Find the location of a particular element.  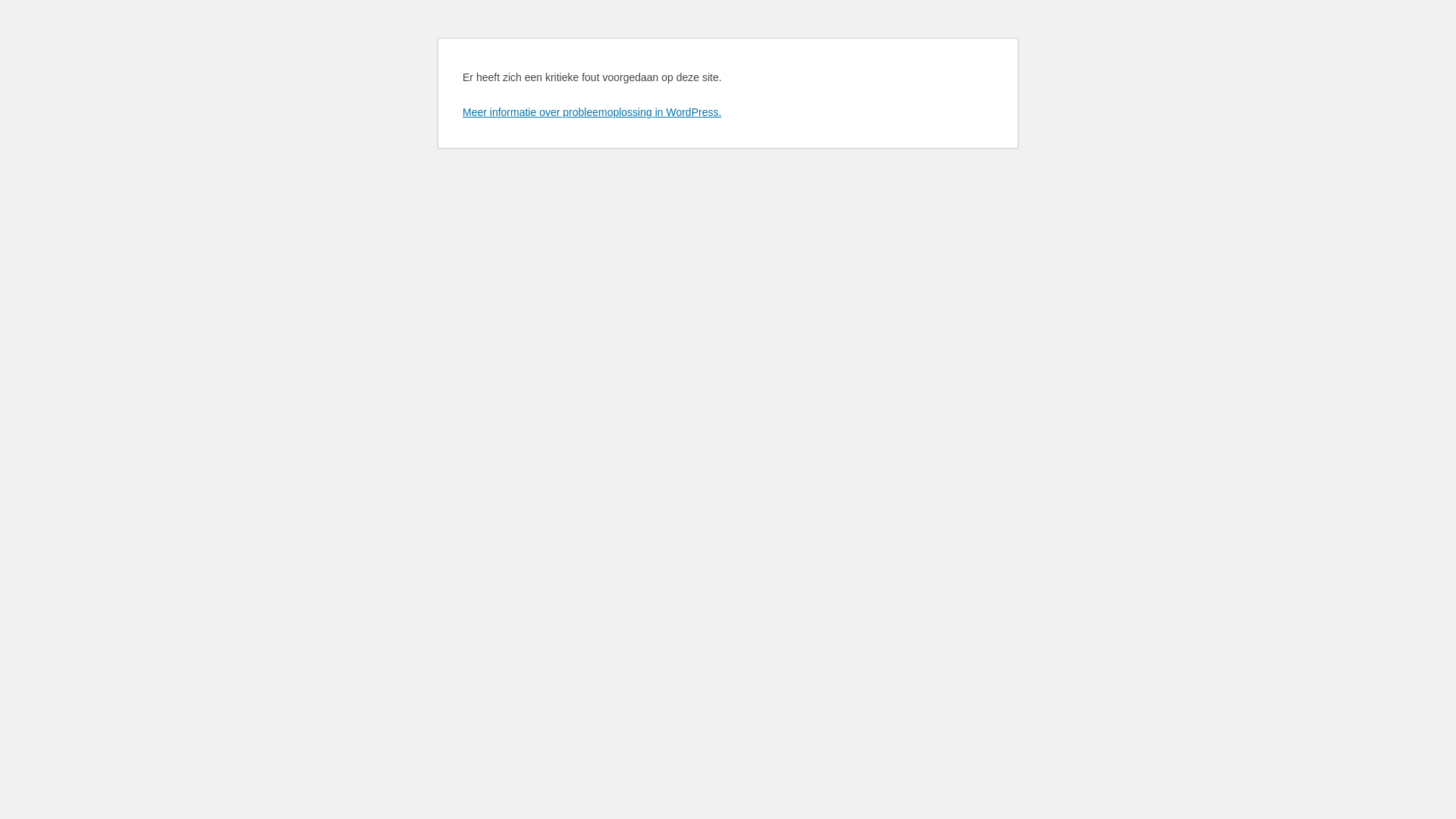

'Meer informatie over probleemoplossing in WordPress.' is located at coordinates (591, 111).